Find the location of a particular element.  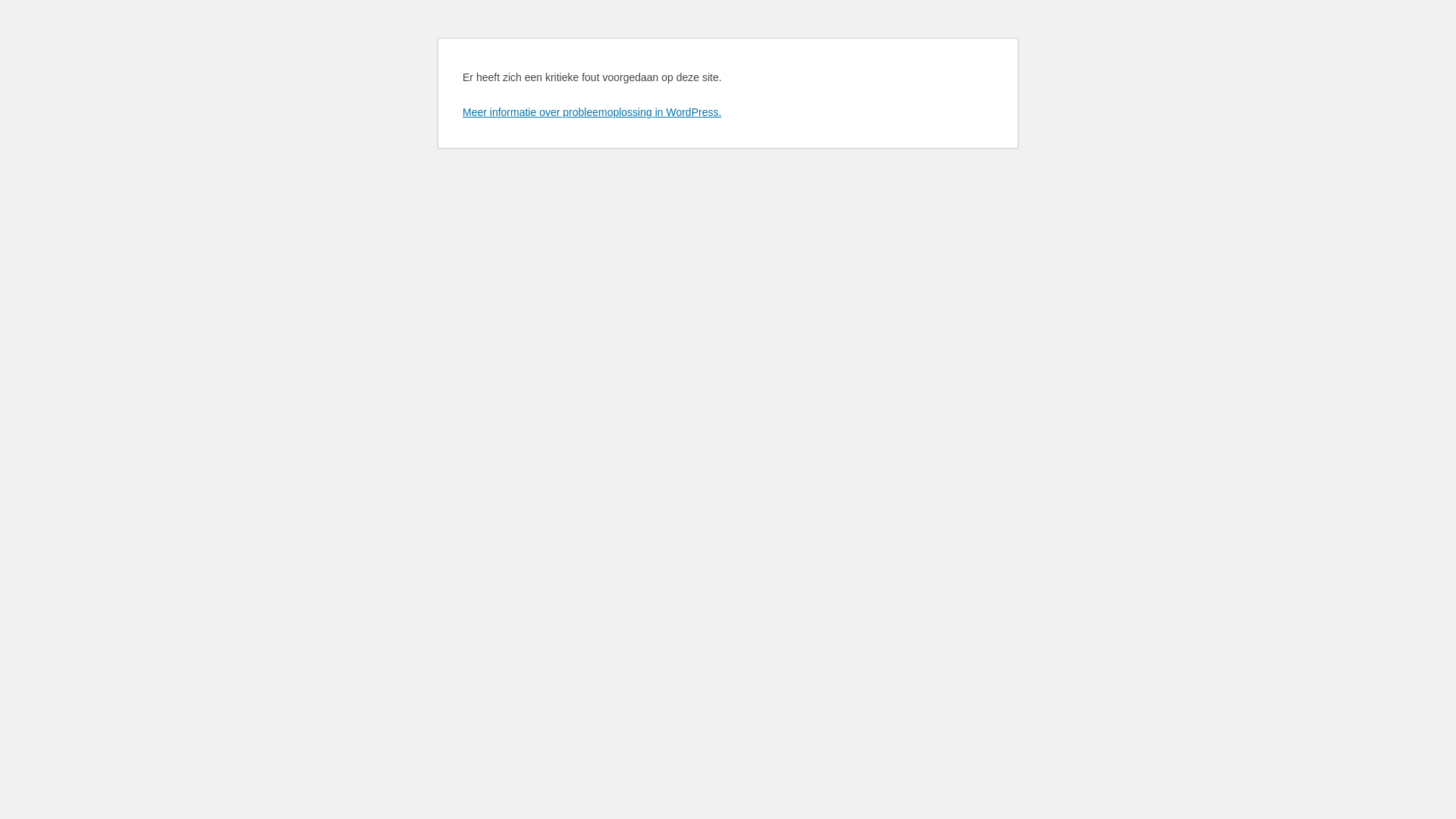

'Meer informatie over probleemoplossing in WordPress.' is located at coordinates (591, 111).